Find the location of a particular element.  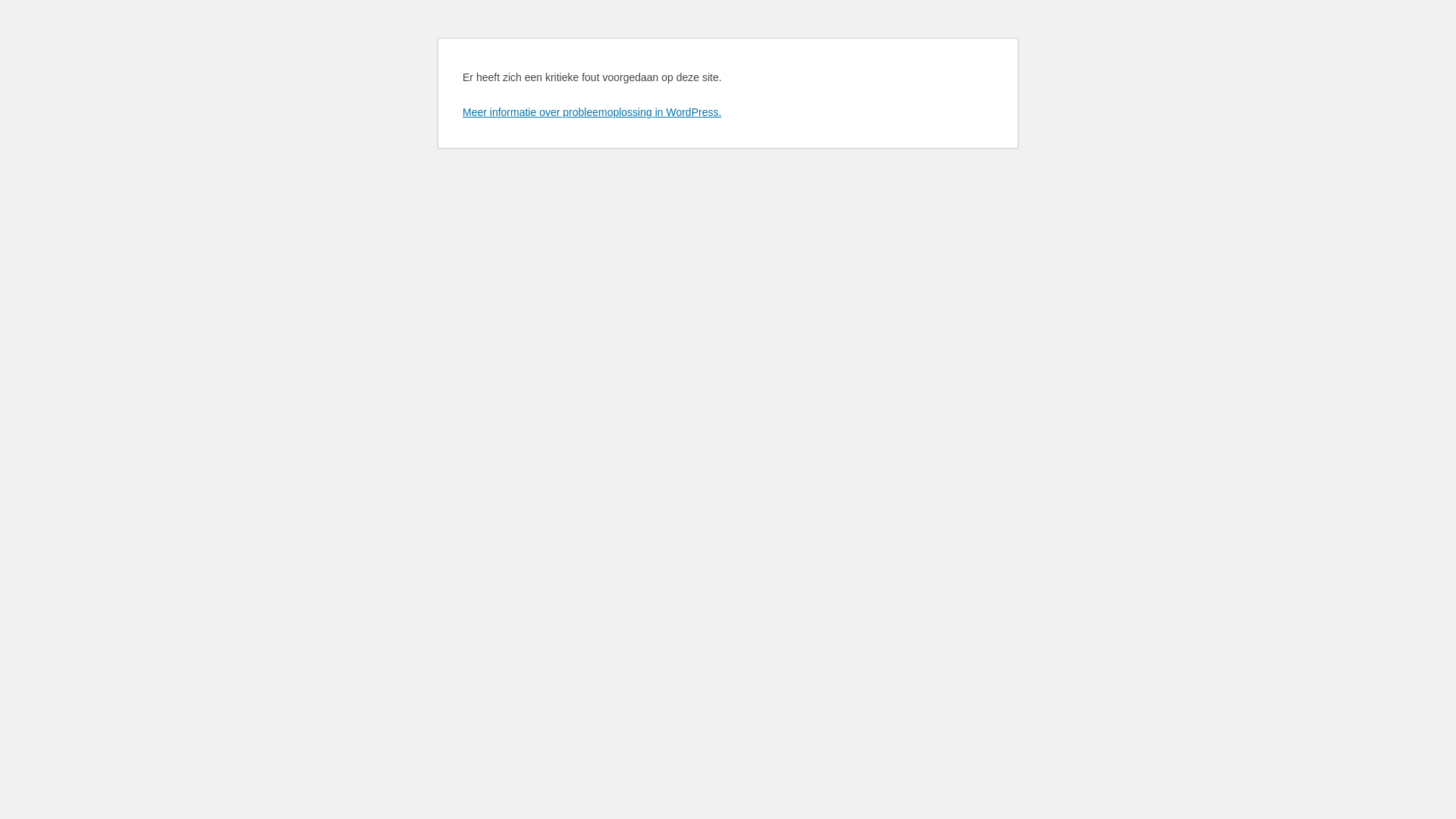

'Meer informatie over probleemoplossing in WordPress.' is located at coordinates (591, 111).